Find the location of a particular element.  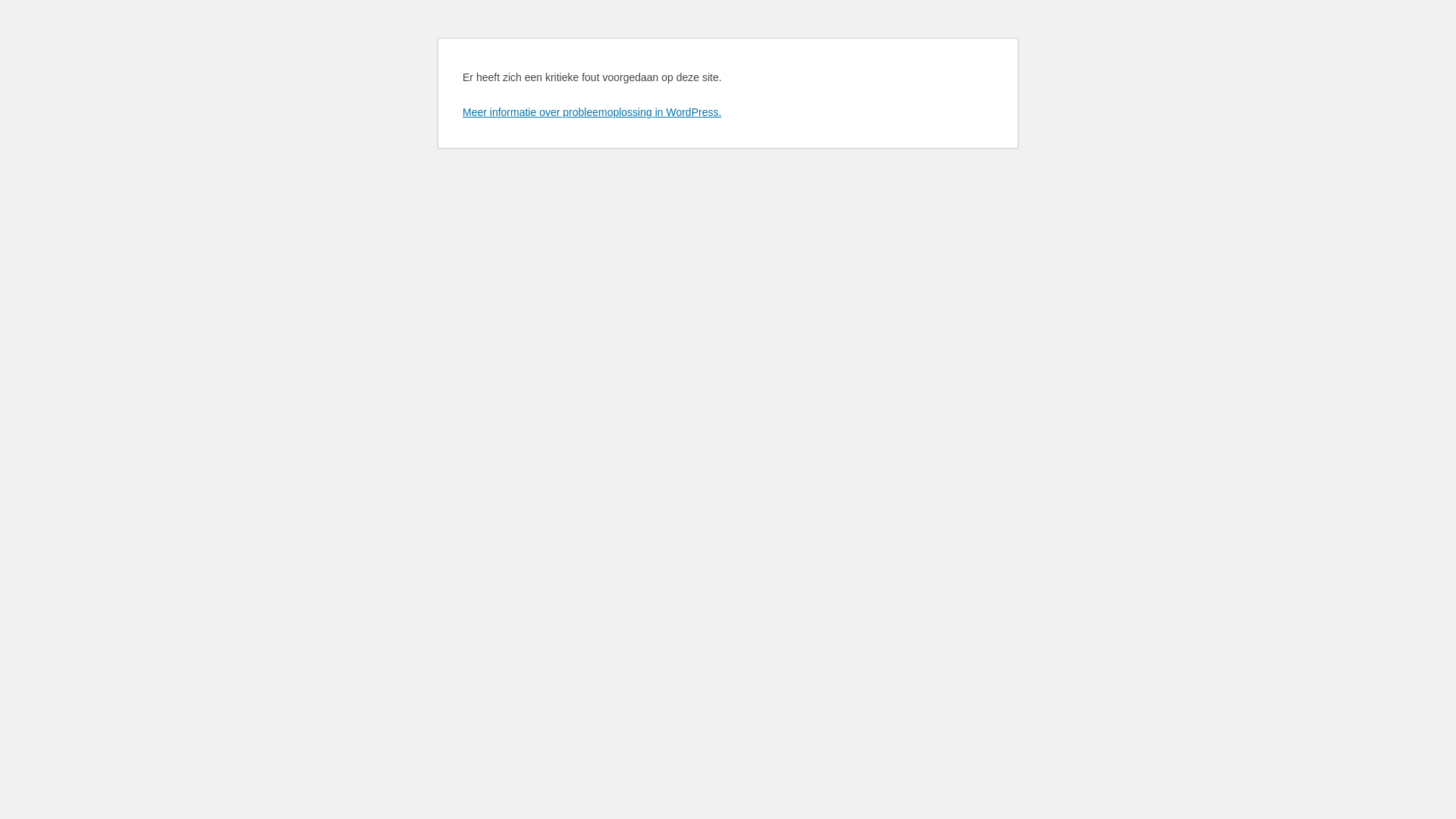

'Meer informatie over probleemoplossing in WordPress.' is located at coordinates (591, 111).